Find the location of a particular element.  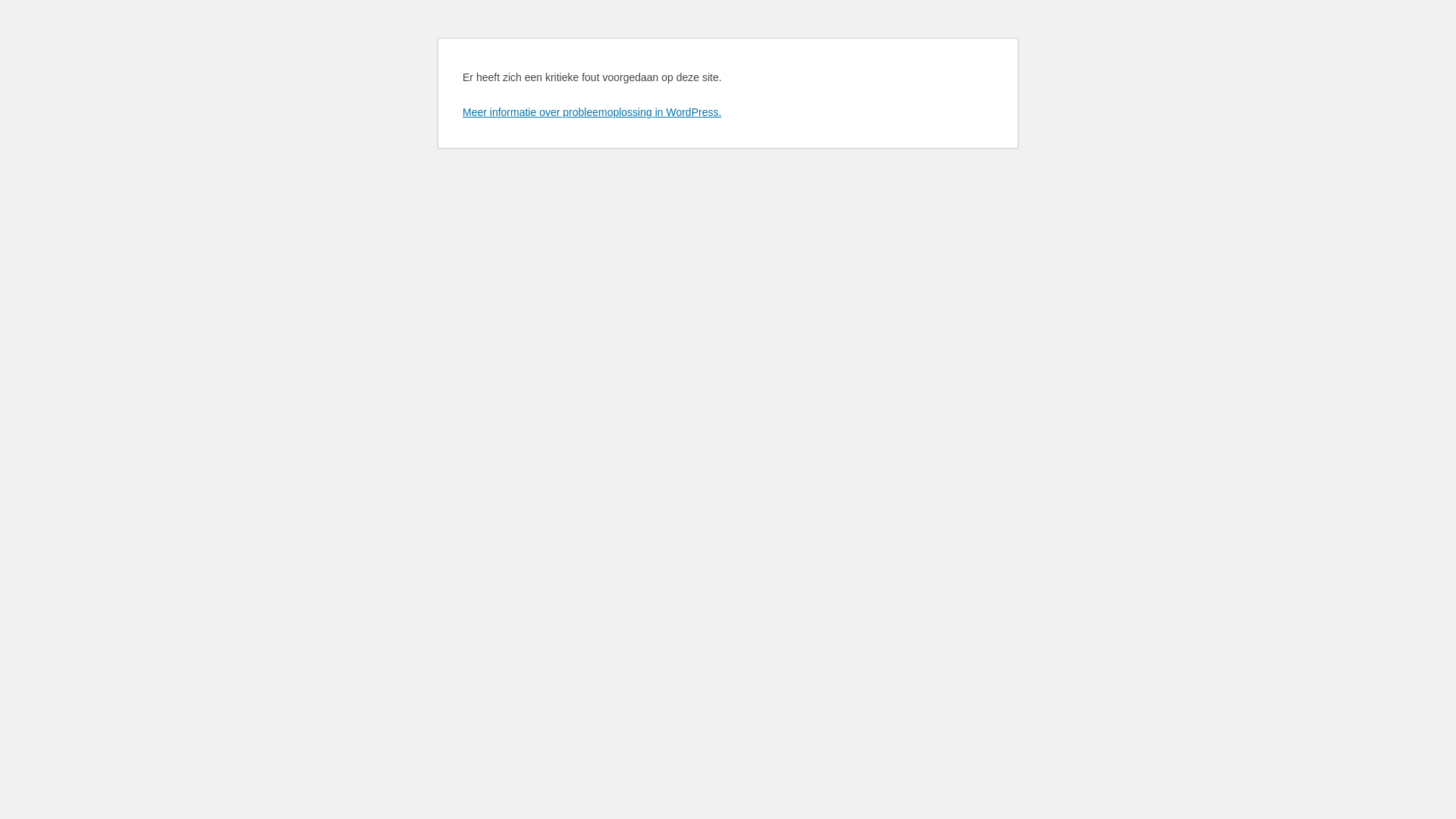

'Meer informatie over probleemoplossing in WordPress.' is located at coordinates (591, 111).